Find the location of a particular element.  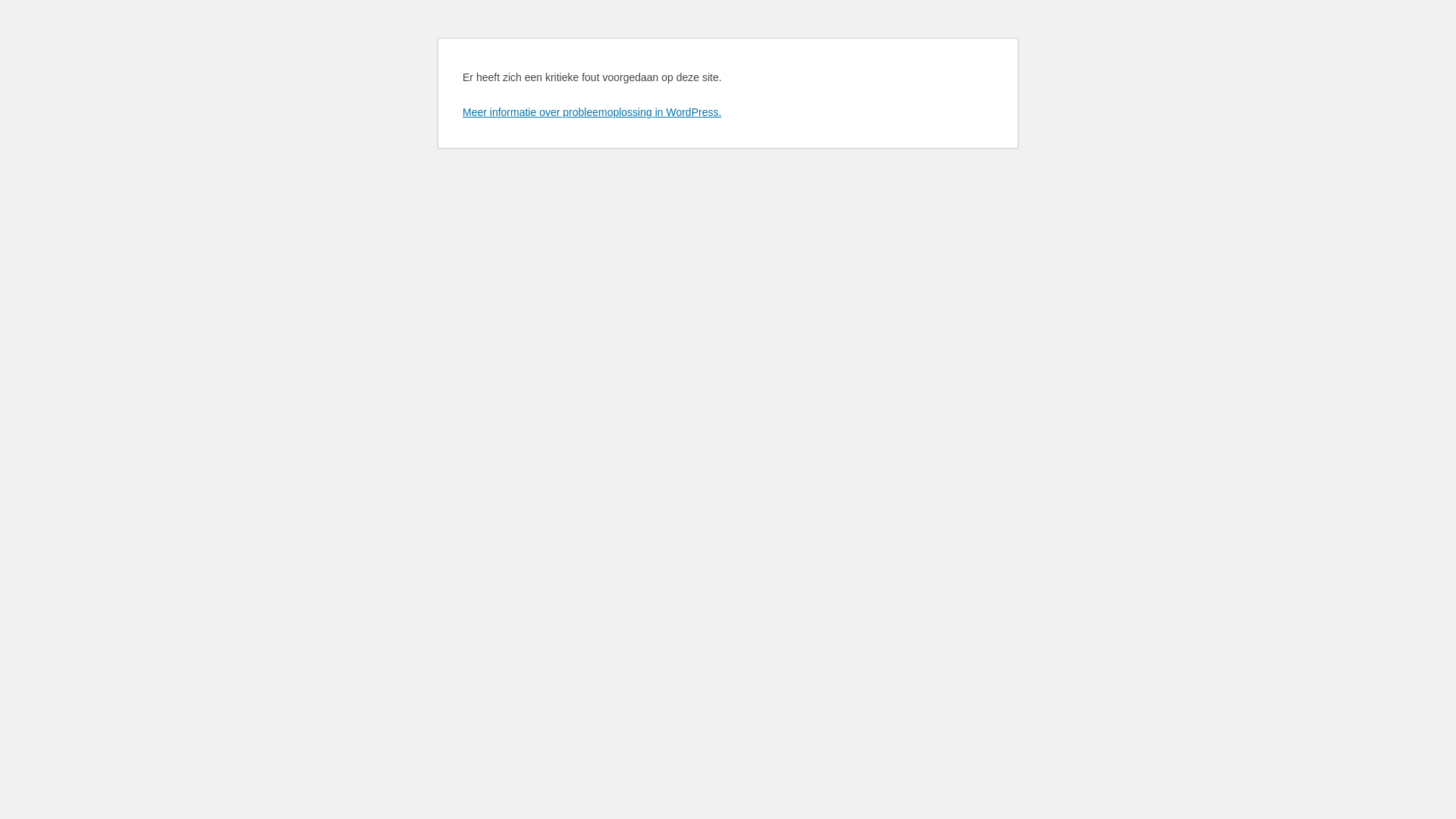

'Meer informatie over probleemoplossing in WordPress.' is located at coordinates (591, 111).